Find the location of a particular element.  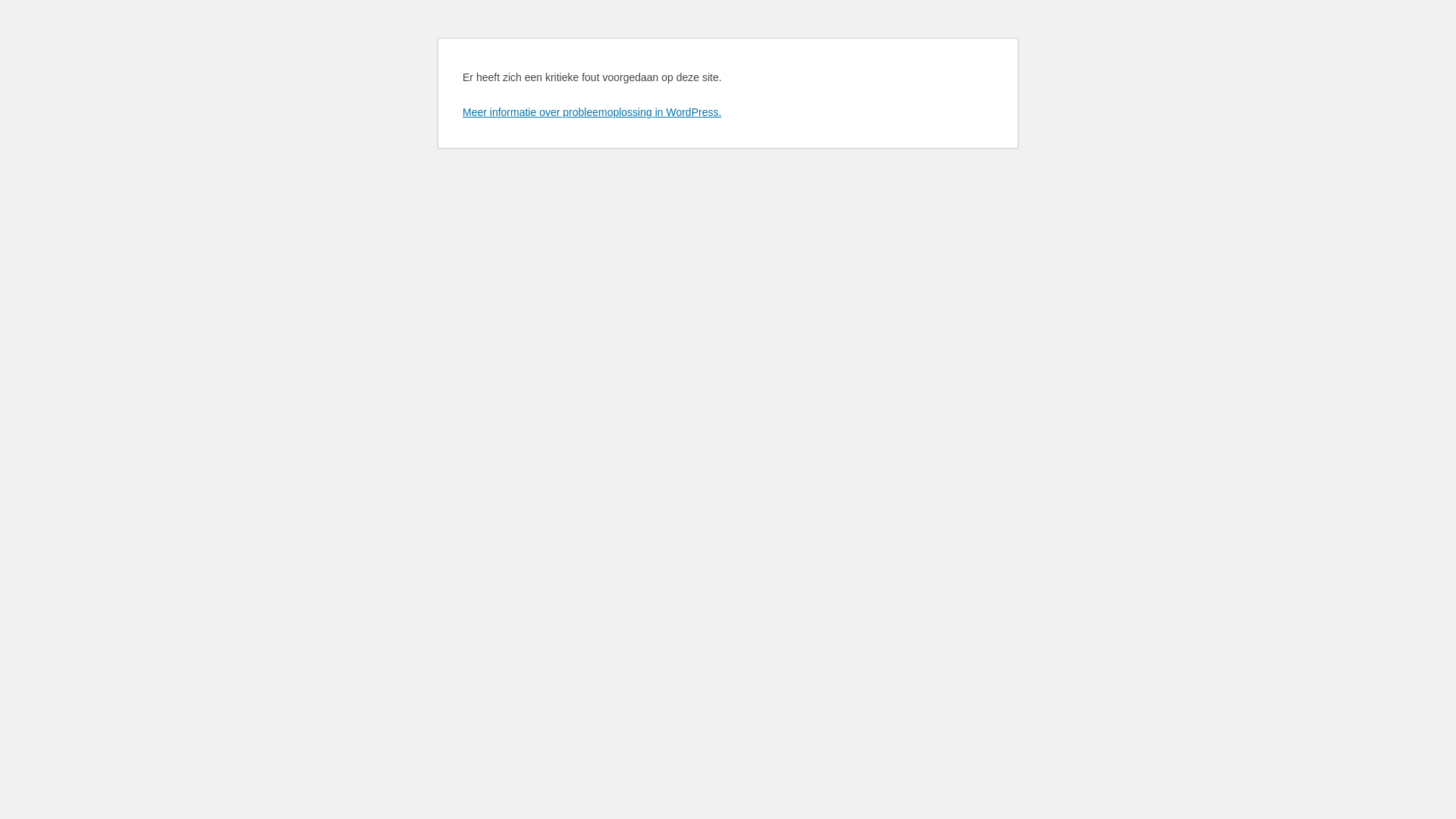

'Meer informatie over probleemoplossing in WordPress.' is located at coordinates (591, 111).